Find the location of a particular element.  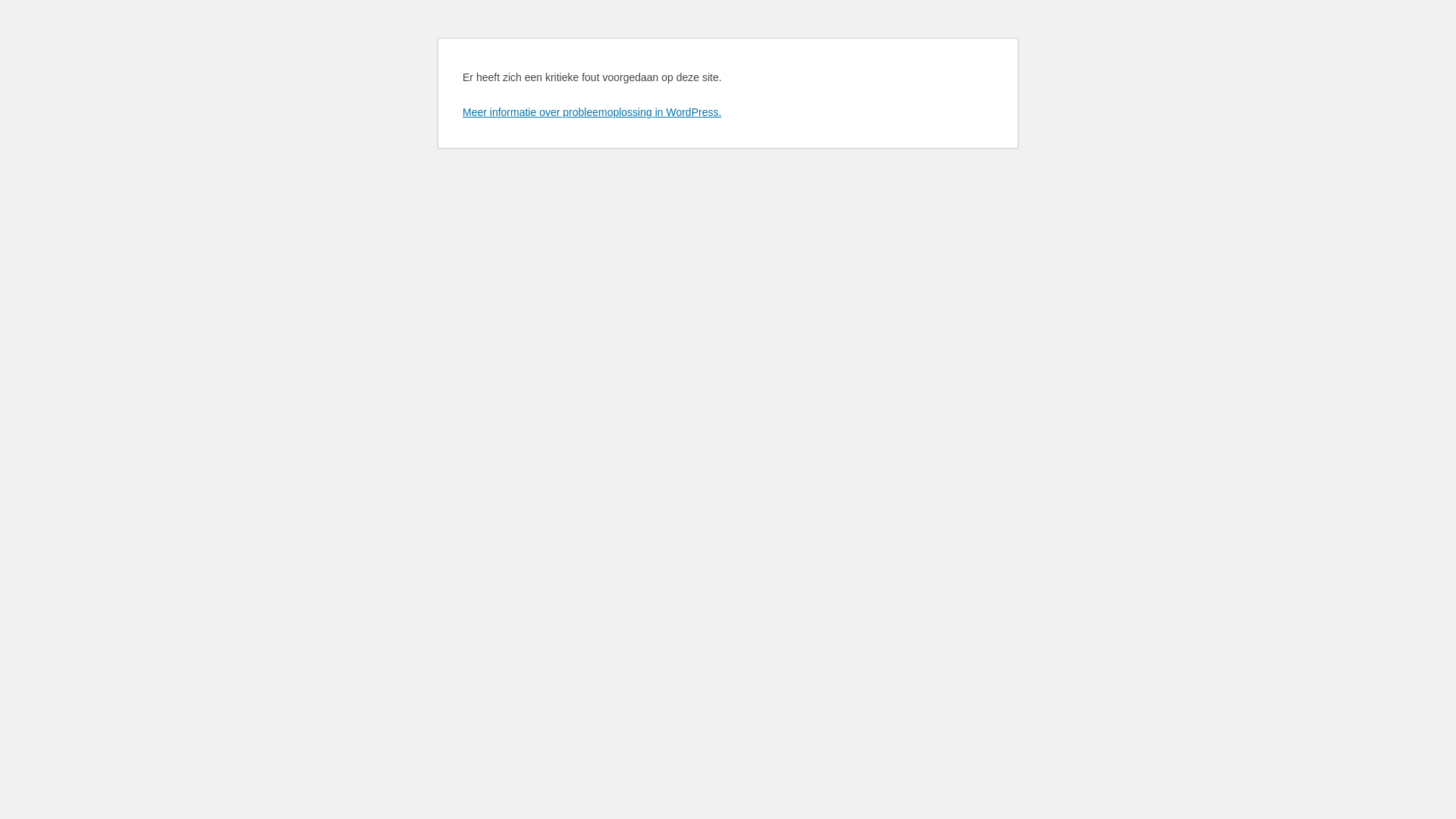

'Meer informatie over probleemoplossing in WordPress.' is located at coordinates (591, 111).